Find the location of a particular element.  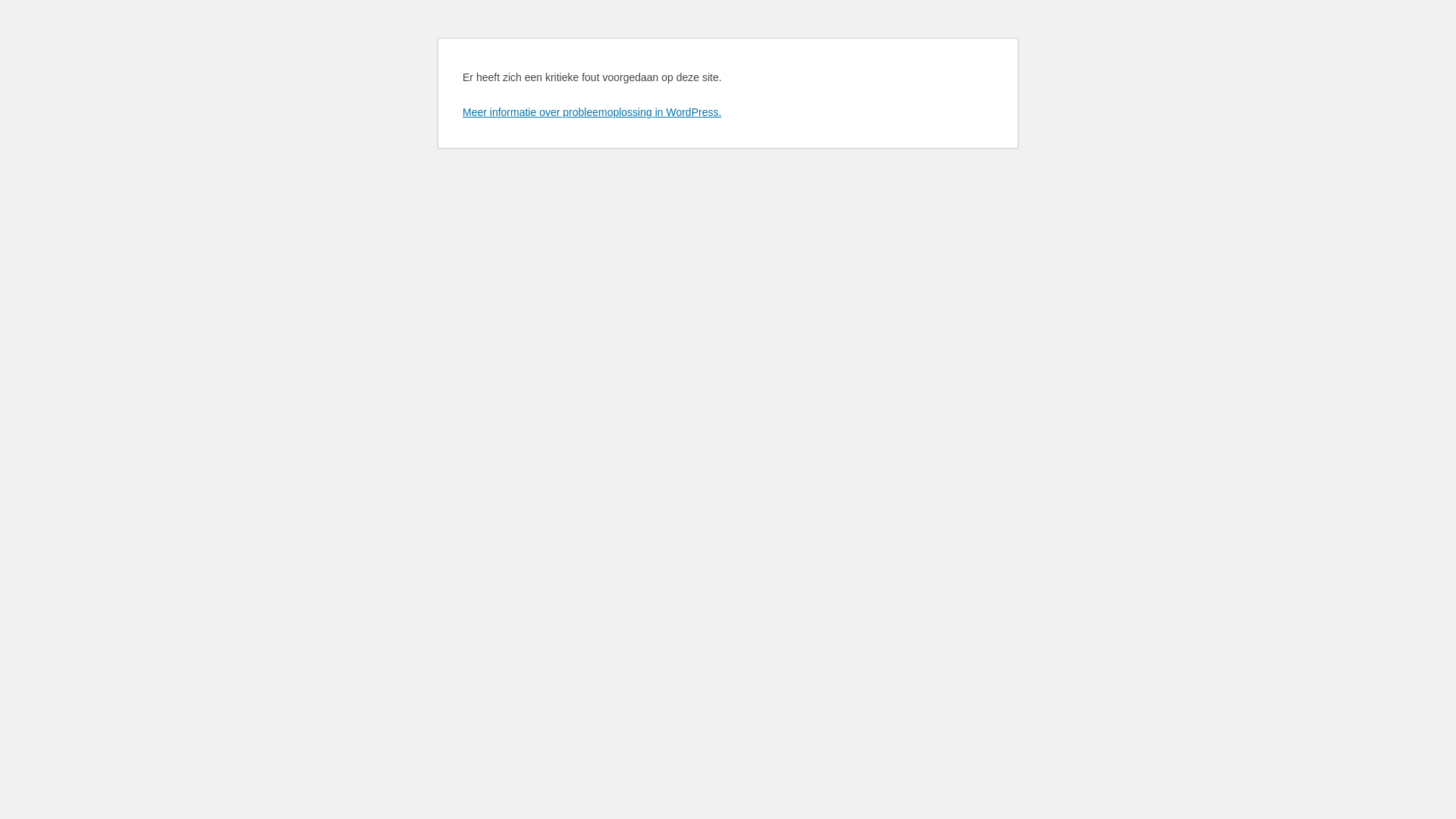

'Meer informatie over probleemoplossing in WordPress.' is located at coordinates (591, 111).